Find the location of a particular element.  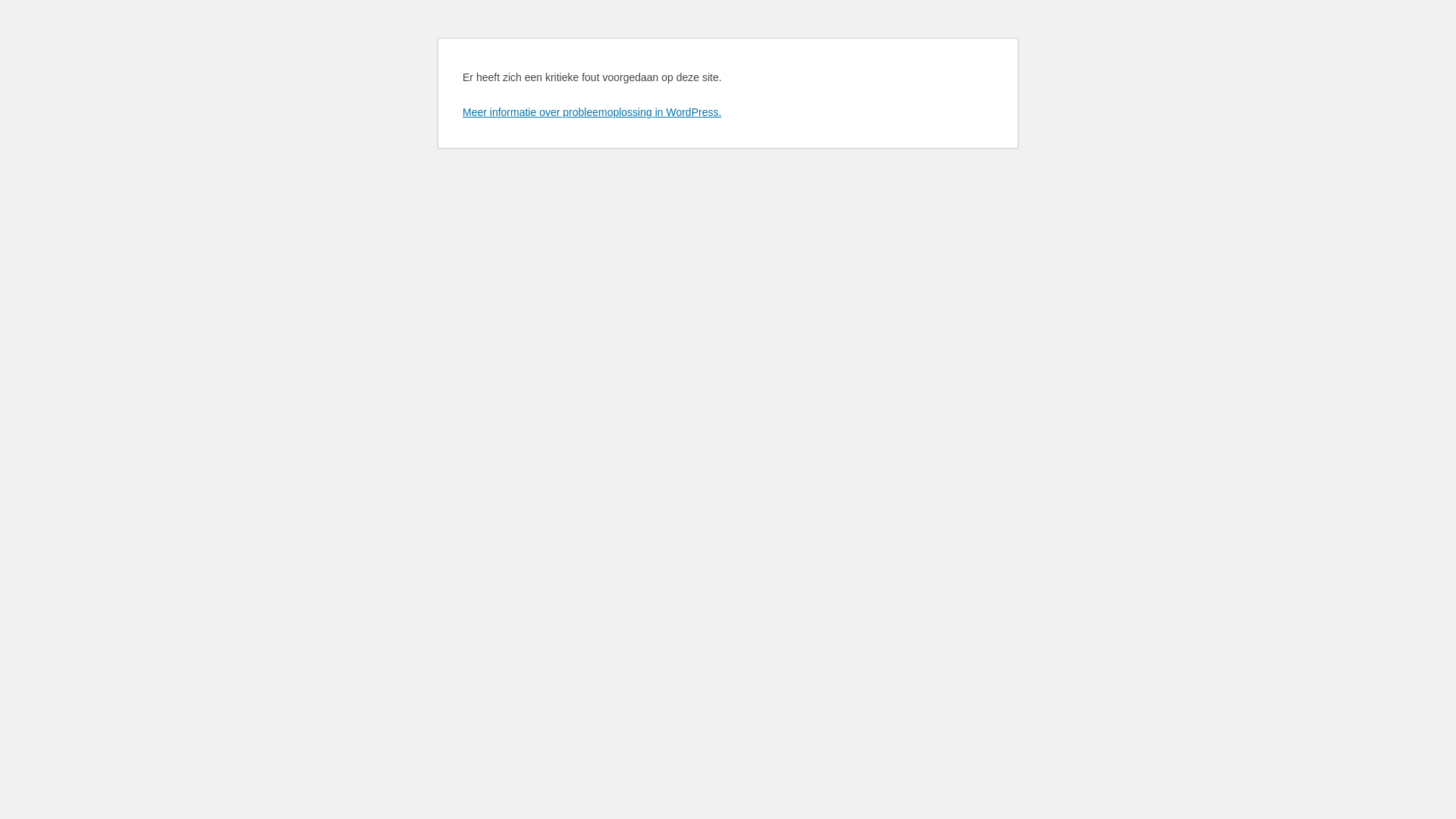

'Meer informatie over probleemoplossing in WordPress.' is located at coordinates (591, 111).